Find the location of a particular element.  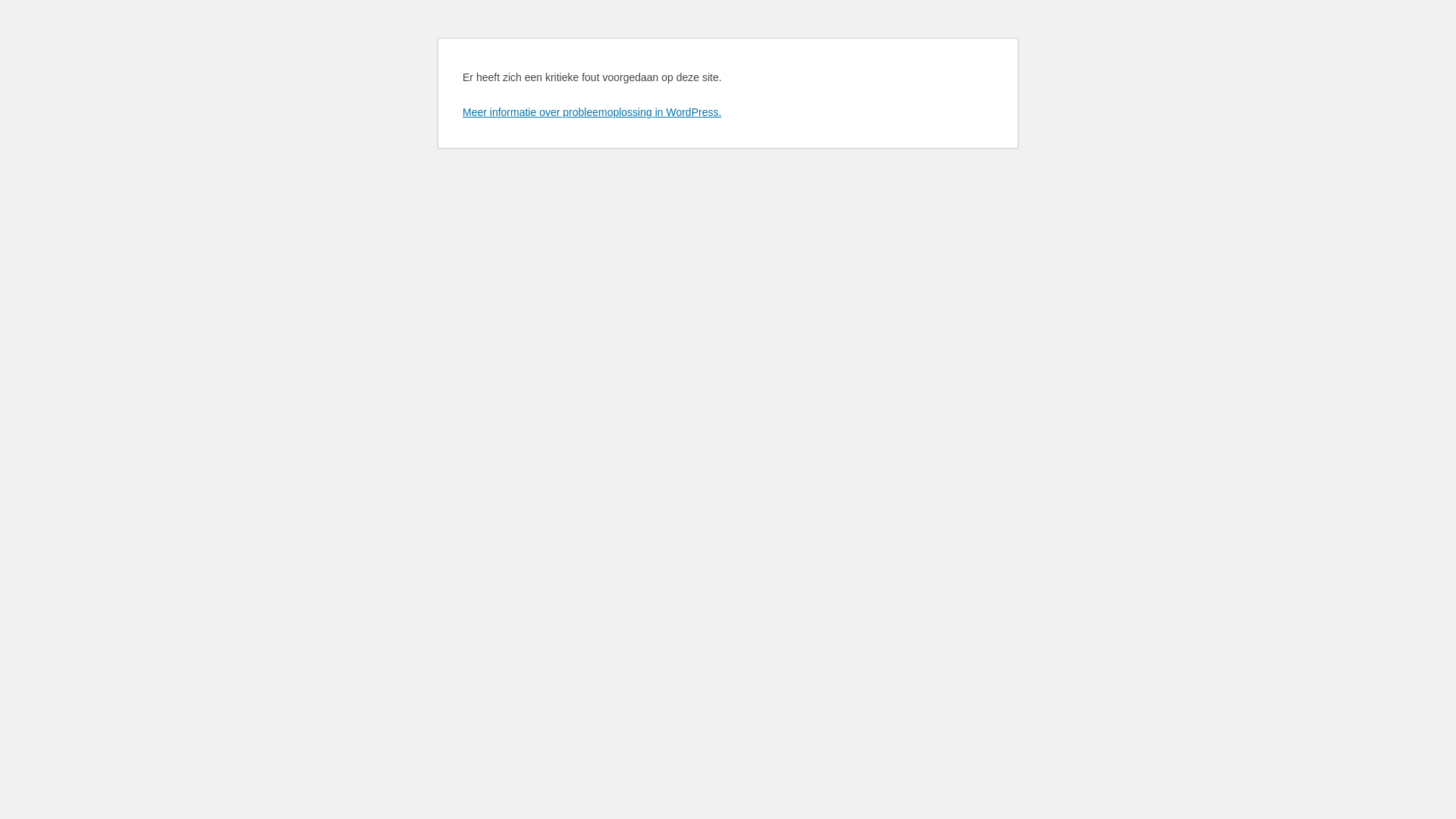

'Meer informatie over probleemoplossing in WordPress.' is located at coordinates (591, 111).